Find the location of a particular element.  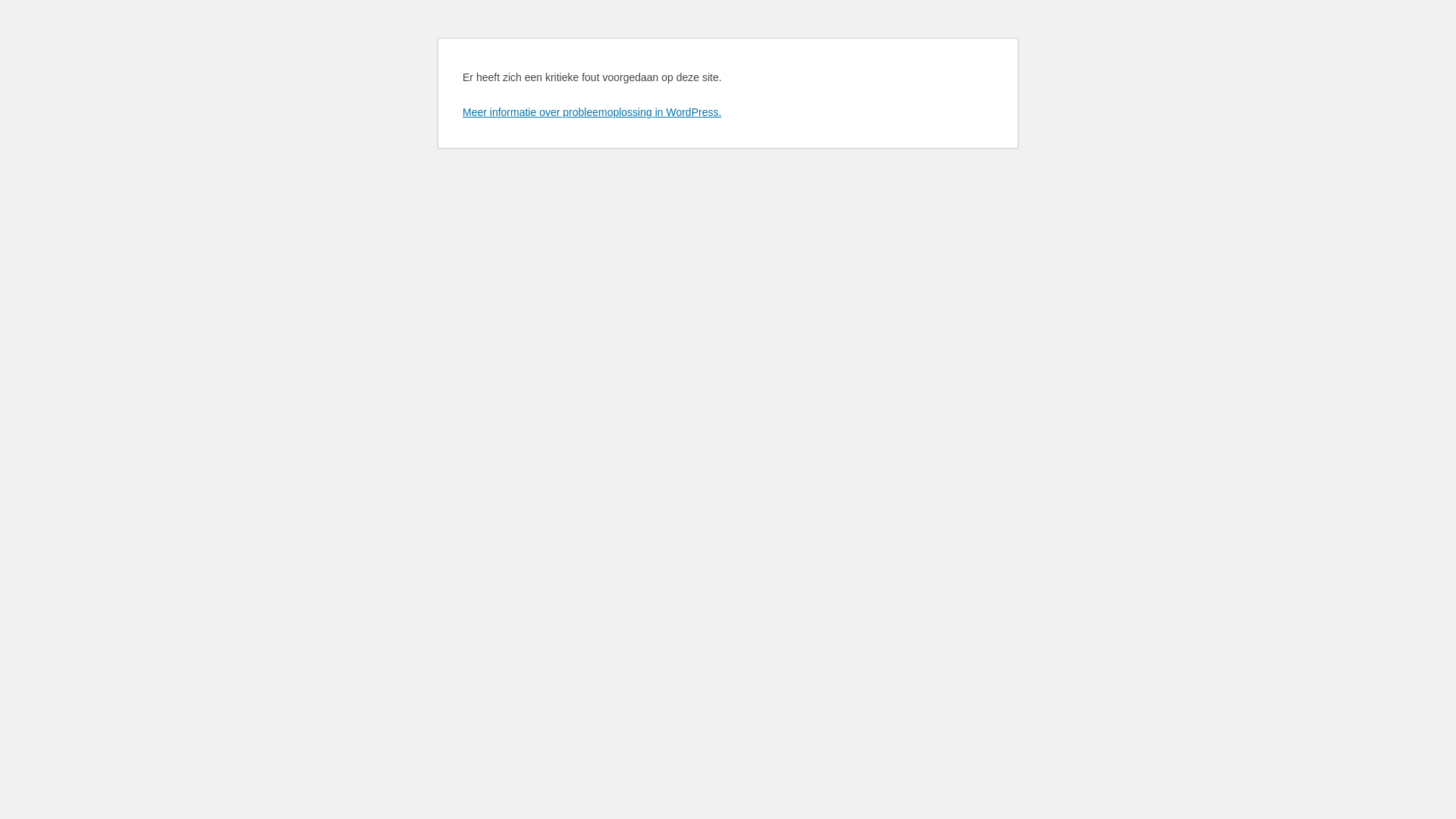

'Meer informatie over probleemoplossing in WordPress.' is located at coordinates (591, 111).